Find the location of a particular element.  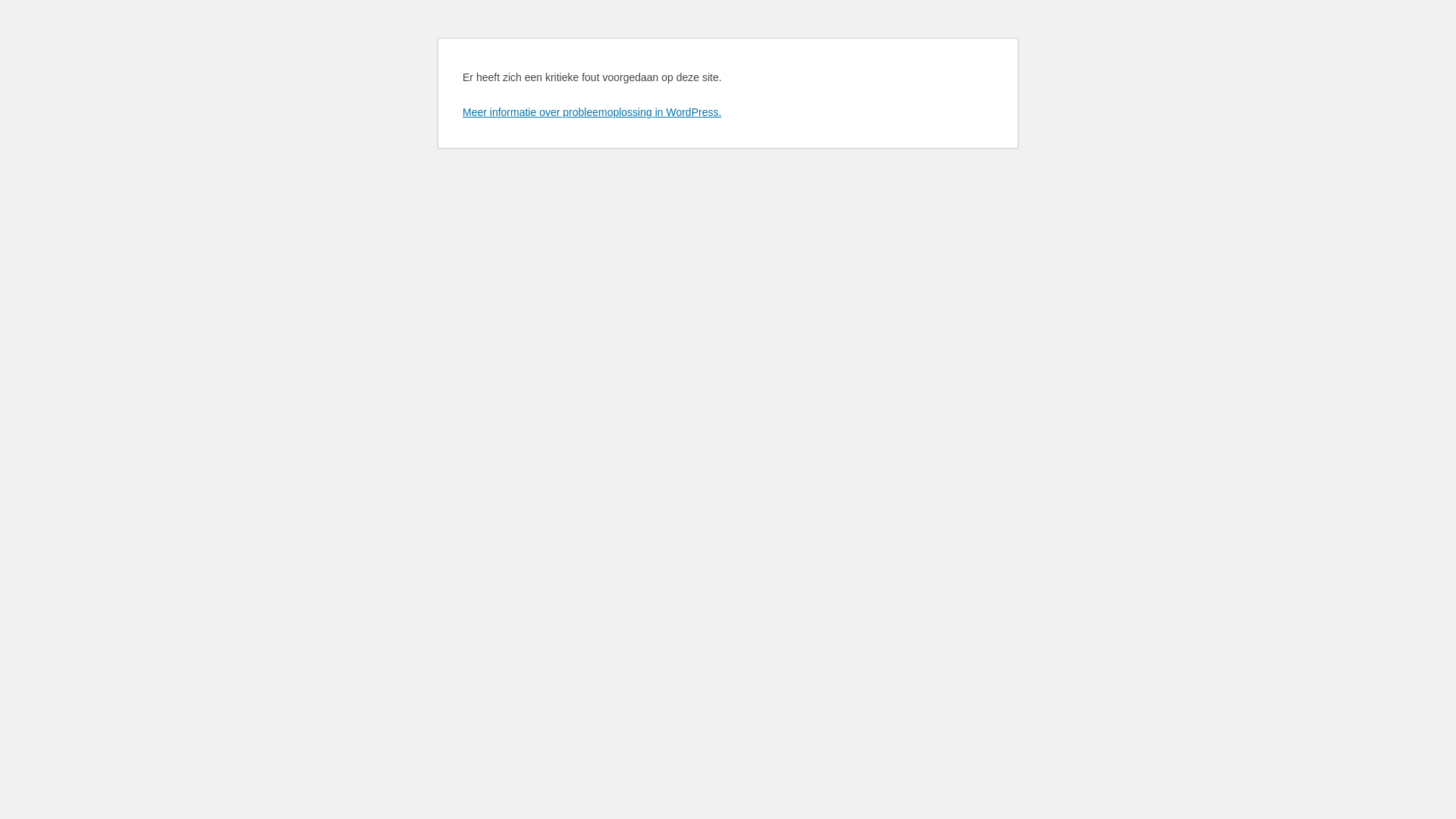

'Meer informatie over probleemoplossing in WordPress.' is located at coordinates (591, 111).